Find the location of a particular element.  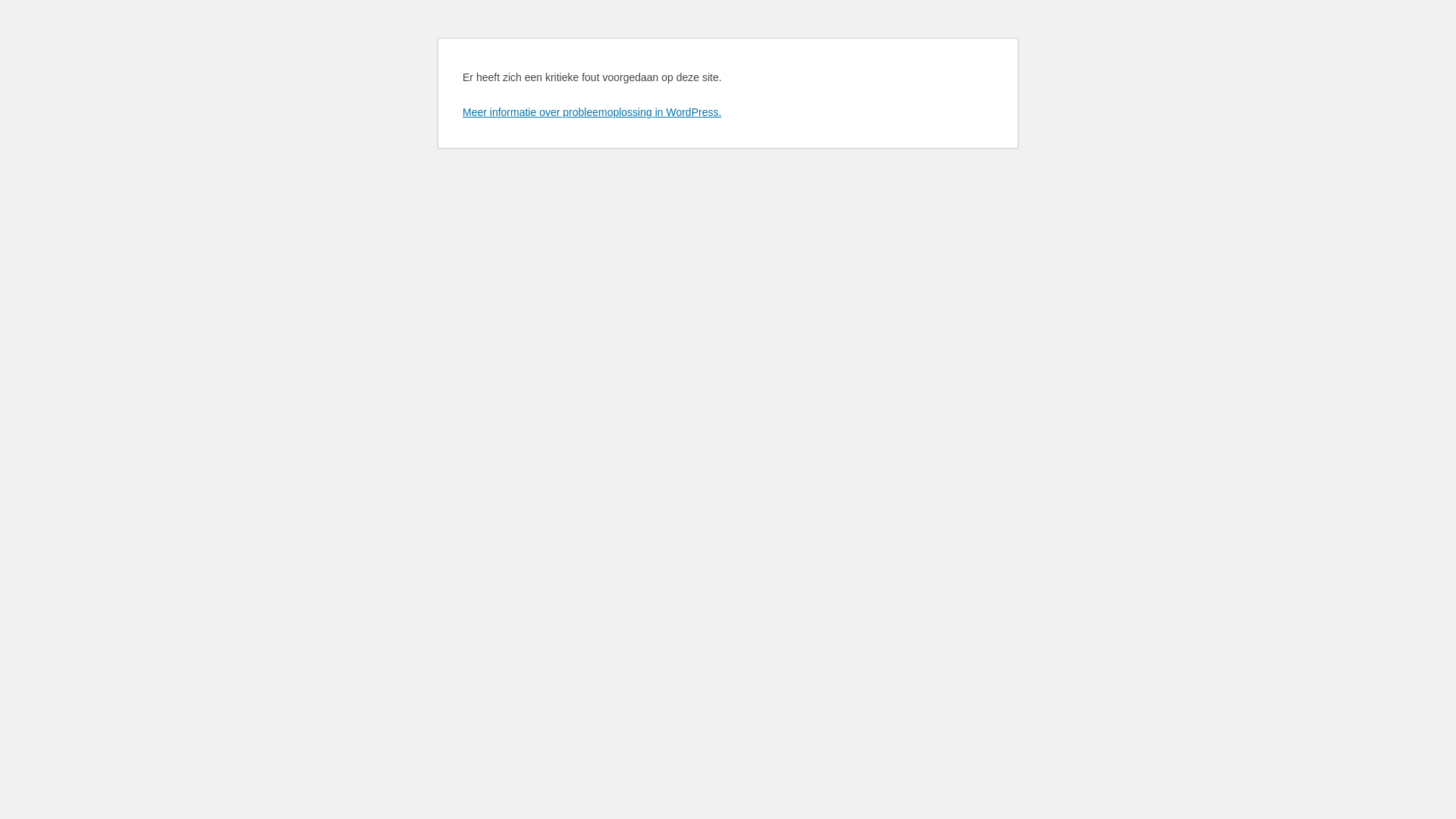

'Meer informatie over probleemoplossing in WordPress.' is located at coordinates (591, 111).